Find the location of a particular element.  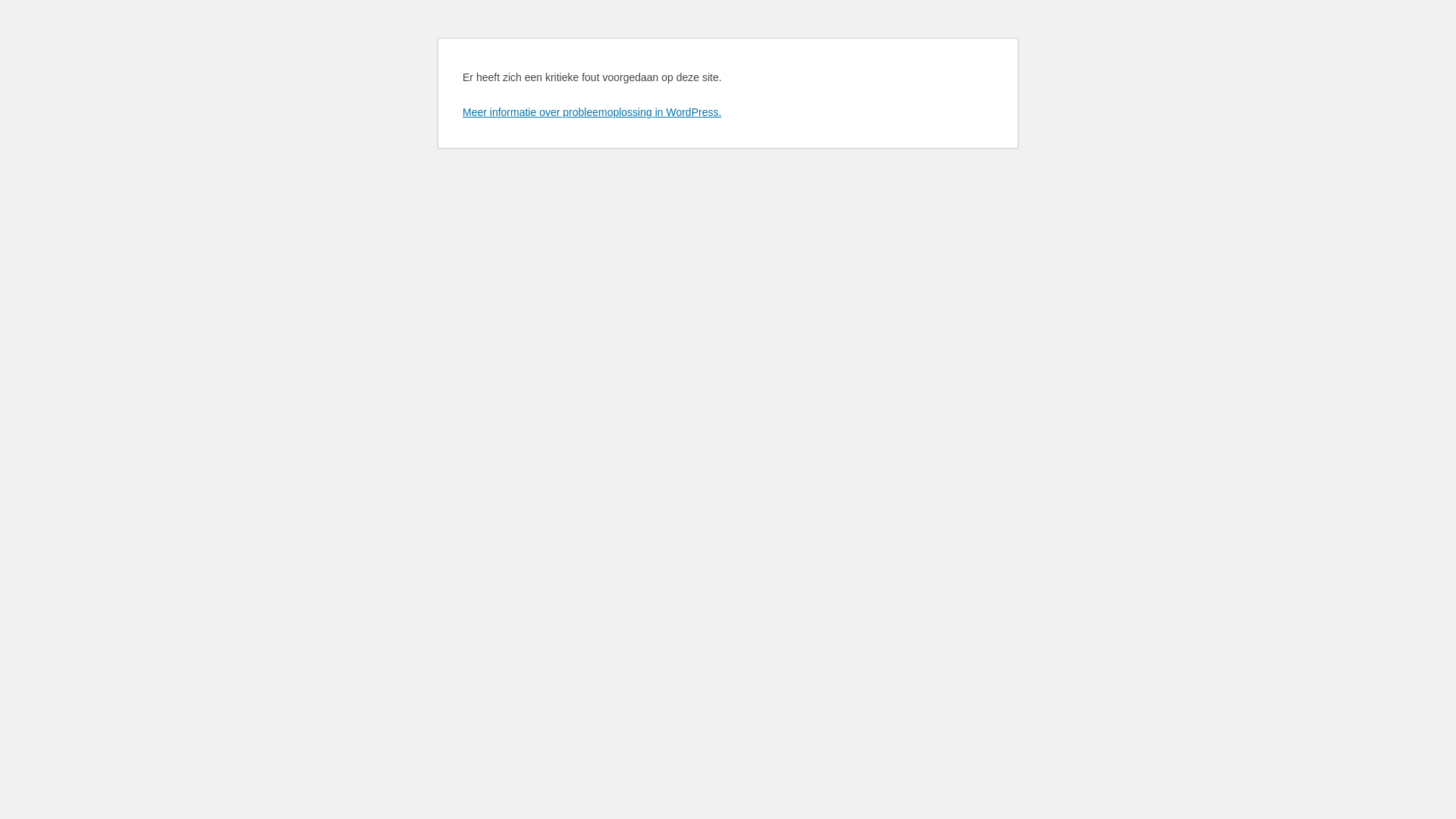

'Meer informatie over probleemoplossing in WordPress.' is located at coordinates (591, 111).